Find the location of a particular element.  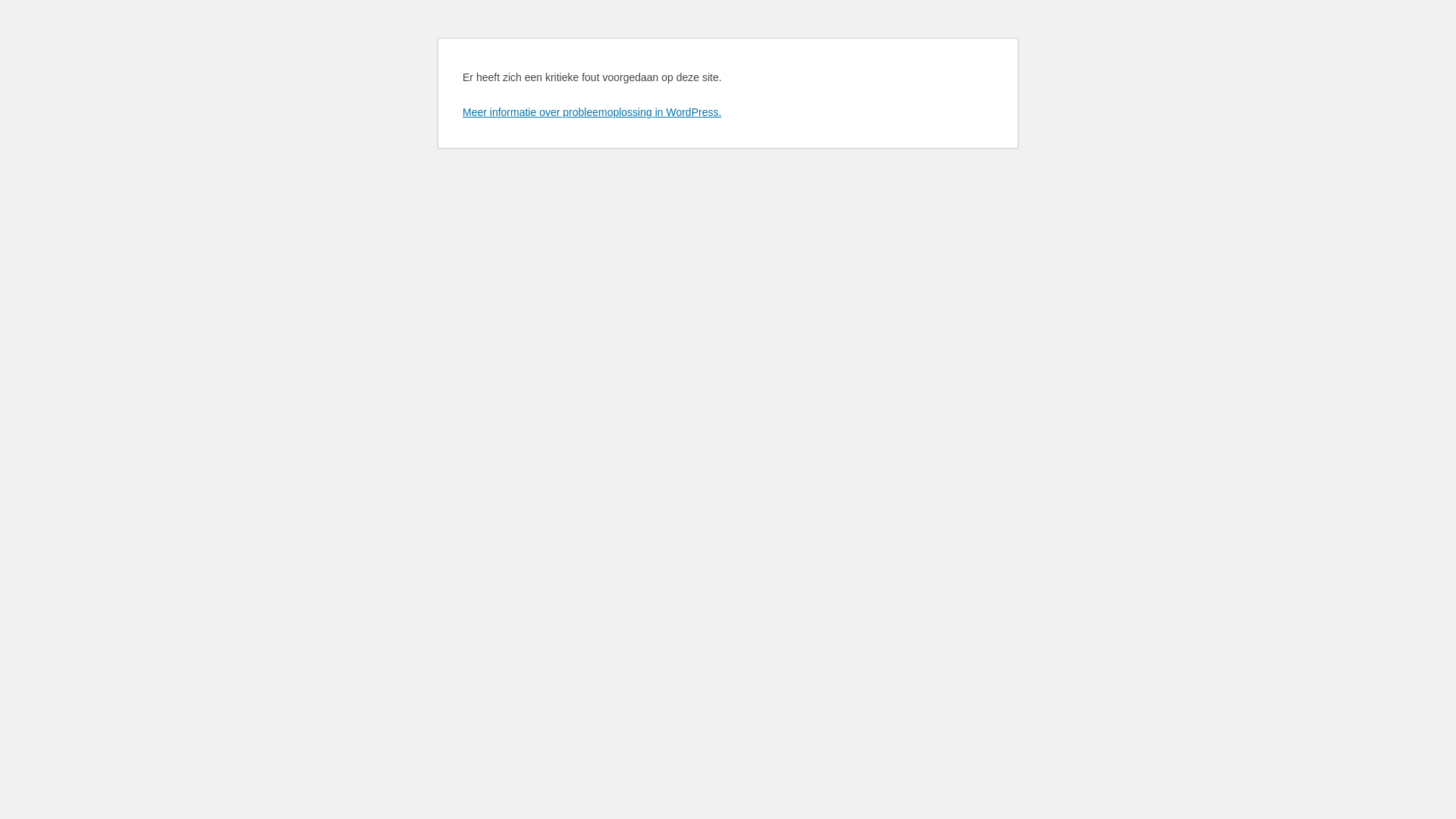

'Meer informatie over probleemoplossing in WordPress.' is located at coordinates (591, 111).